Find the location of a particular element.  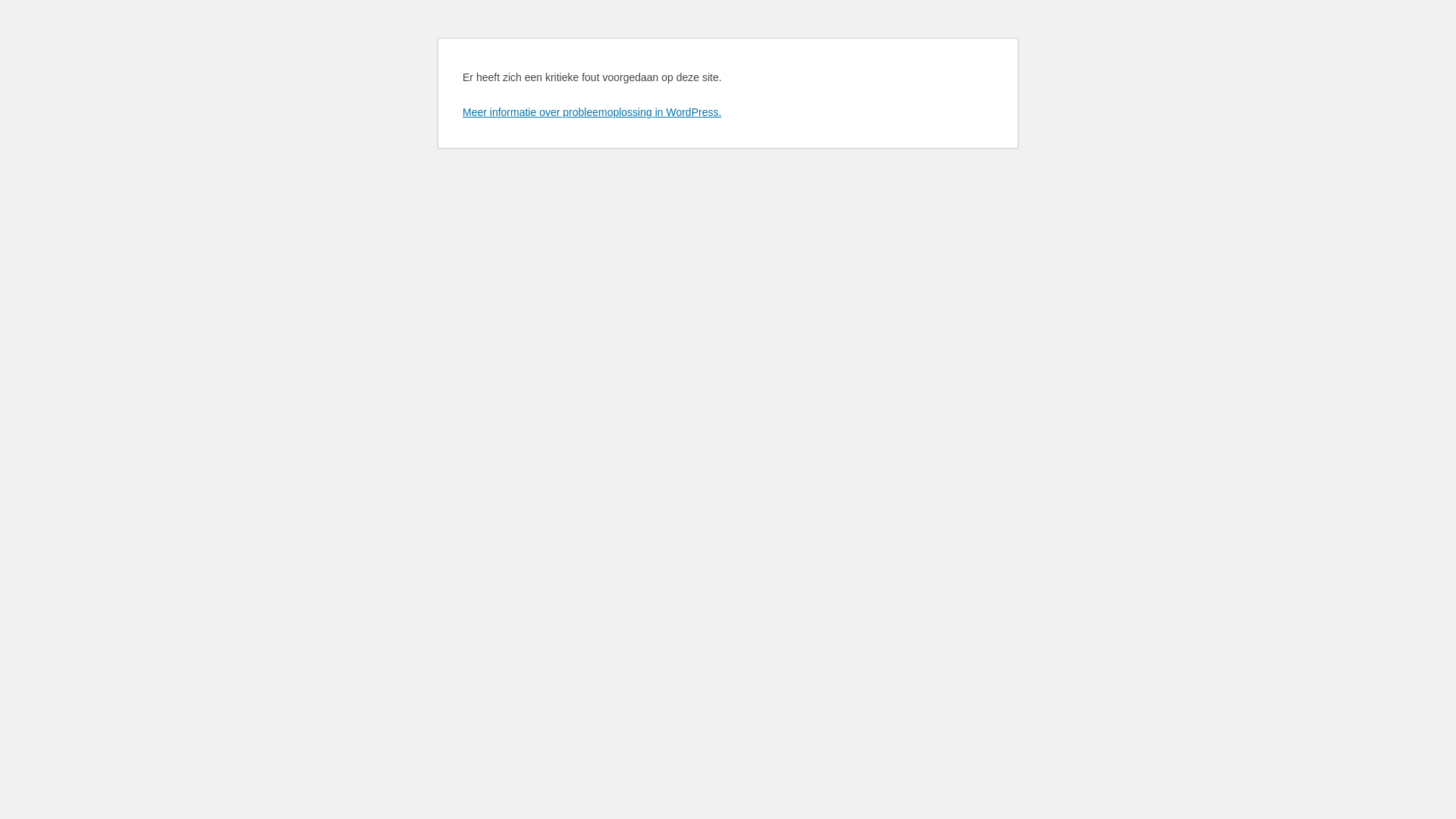

'Meer informatie over probleemoplossing in WordPress.' is located at coordinates (591, 111).